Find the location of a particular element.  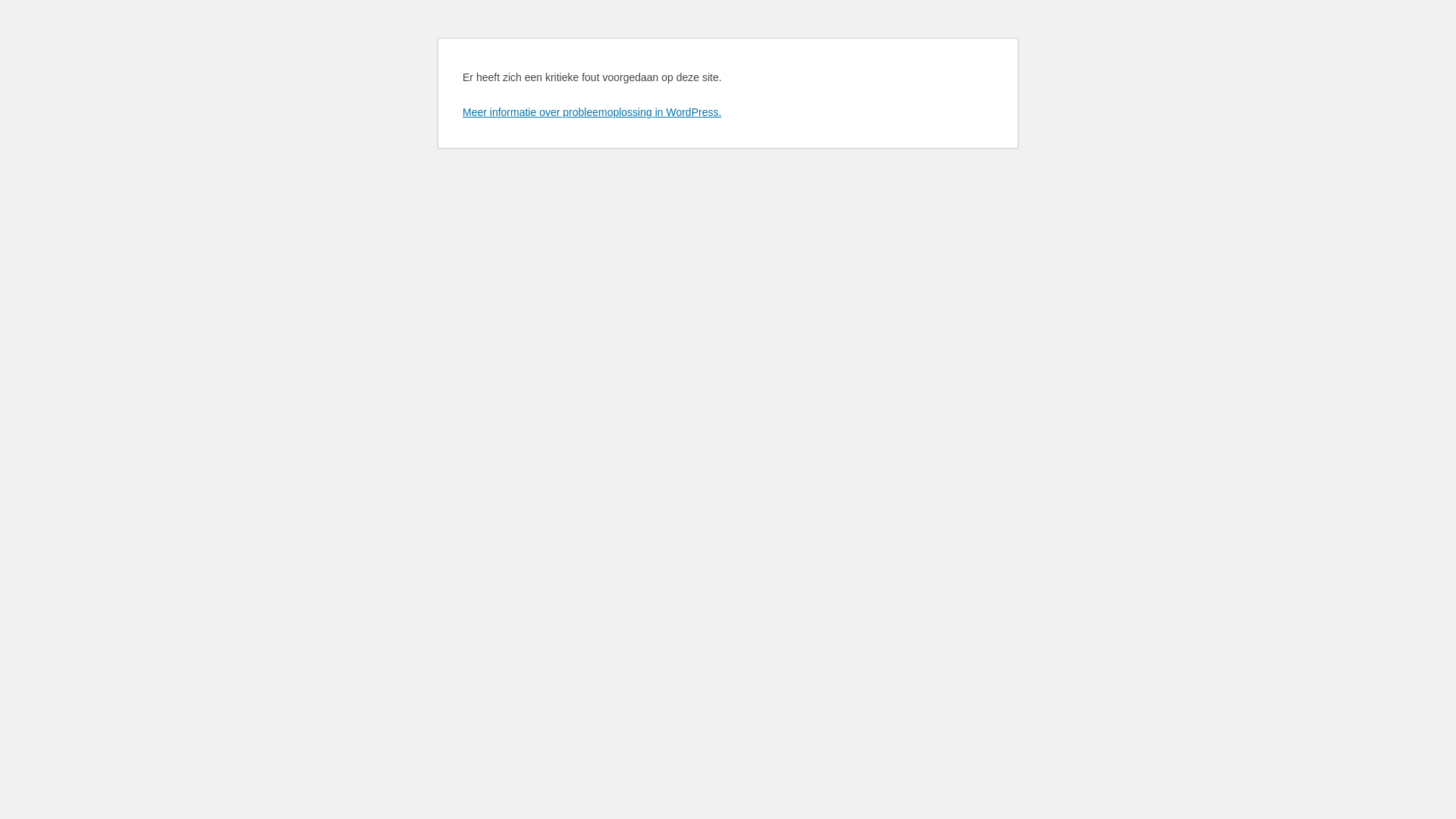

'Meer informatie over probleemoplossing in WordPress.' is located at coordinates (591, 111).